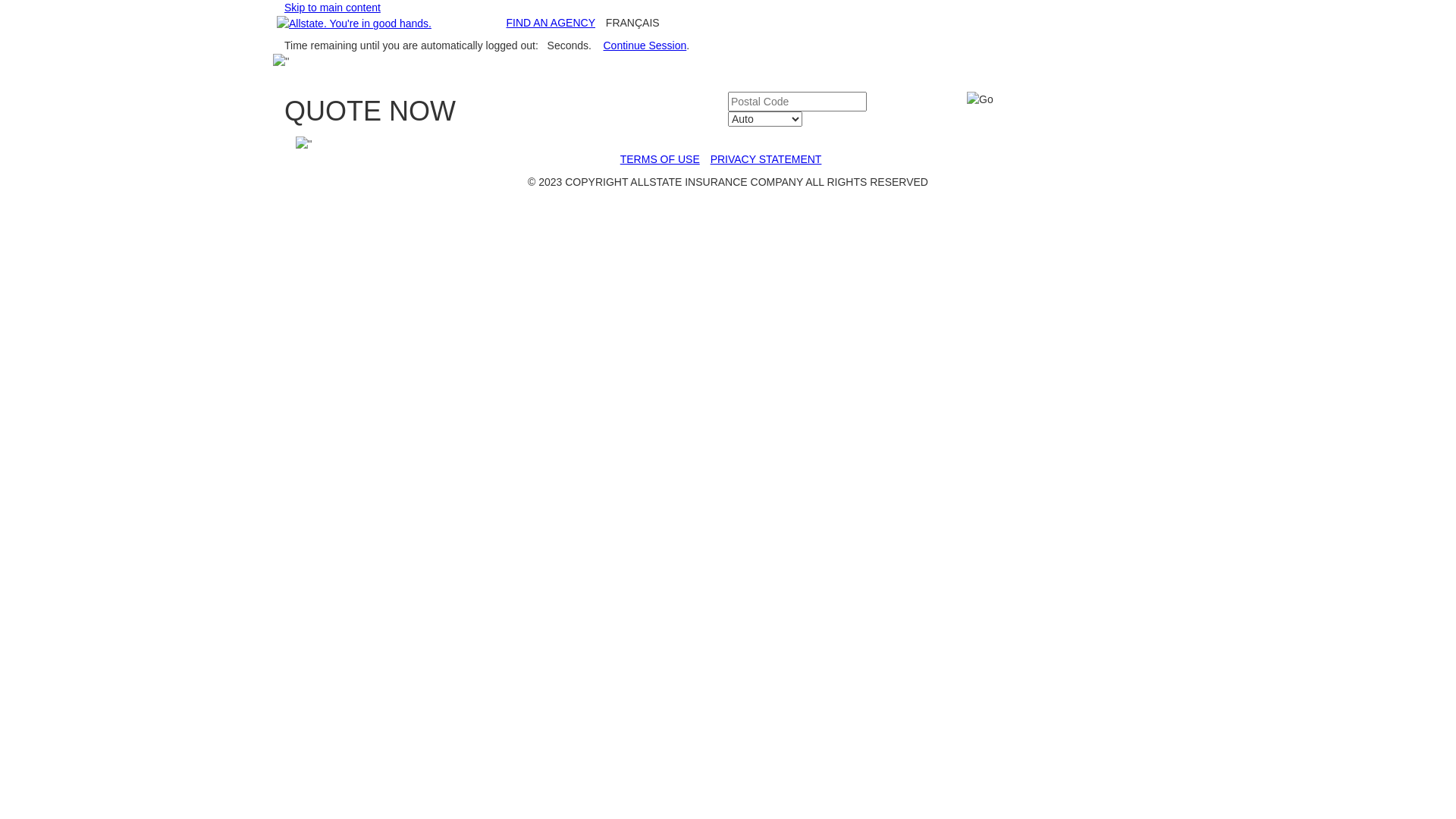 This screenshot has height=819, width=1456. What do you see at coordinates (353, 23) in the screenshot?
I see `'Allstate Insurance'` at bounding box center [353, 23].